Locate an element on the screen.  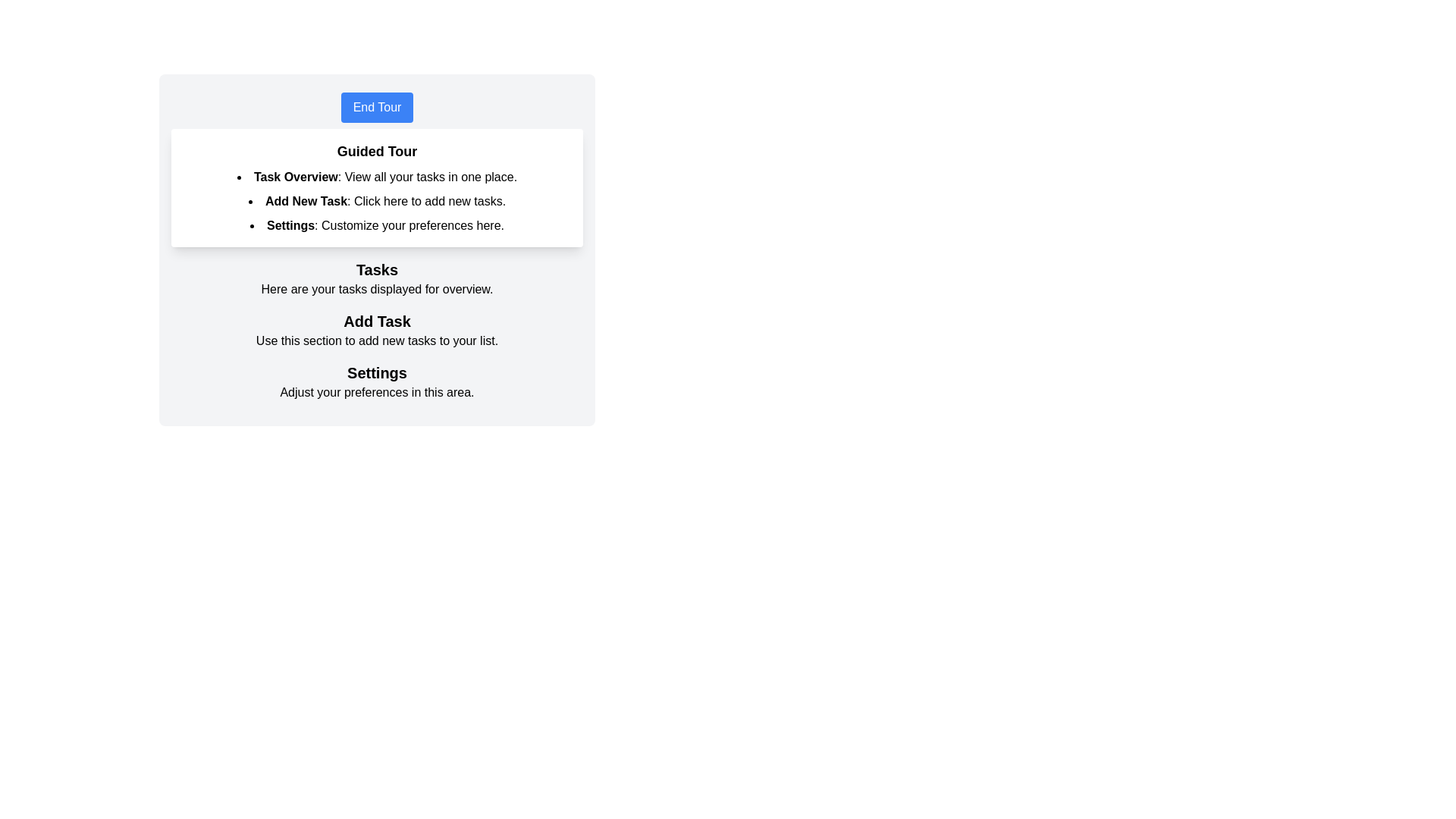
the informative text label that introduces setting-related content in the guided tour, which is the third item in the bulleted list under the heading 'Guided Tour' is located at coordinates (290, 225).